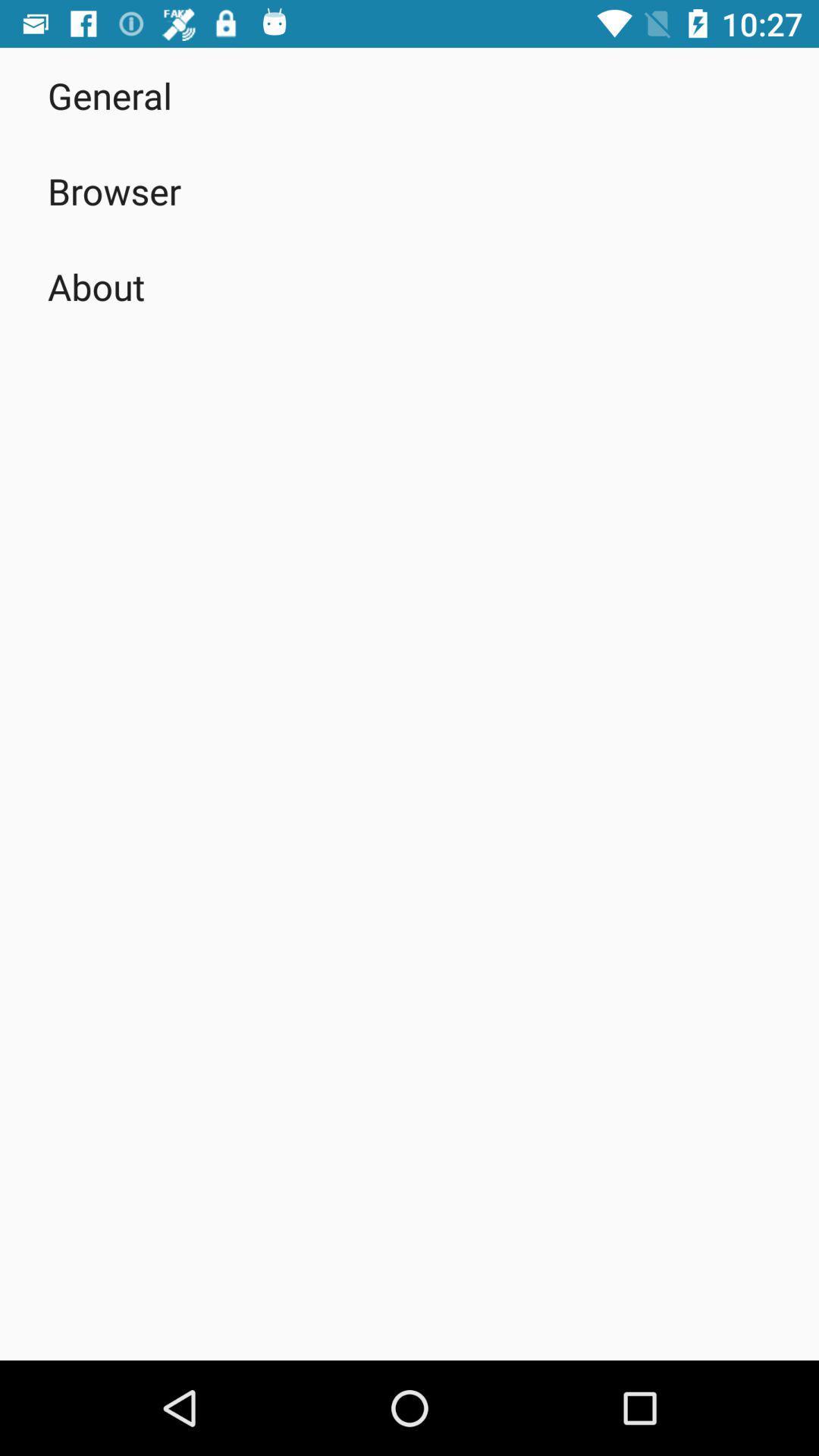 Image resolution: width=819 pixels, height=1456 pixels. I want to click on app below browser, so click(96, 287).